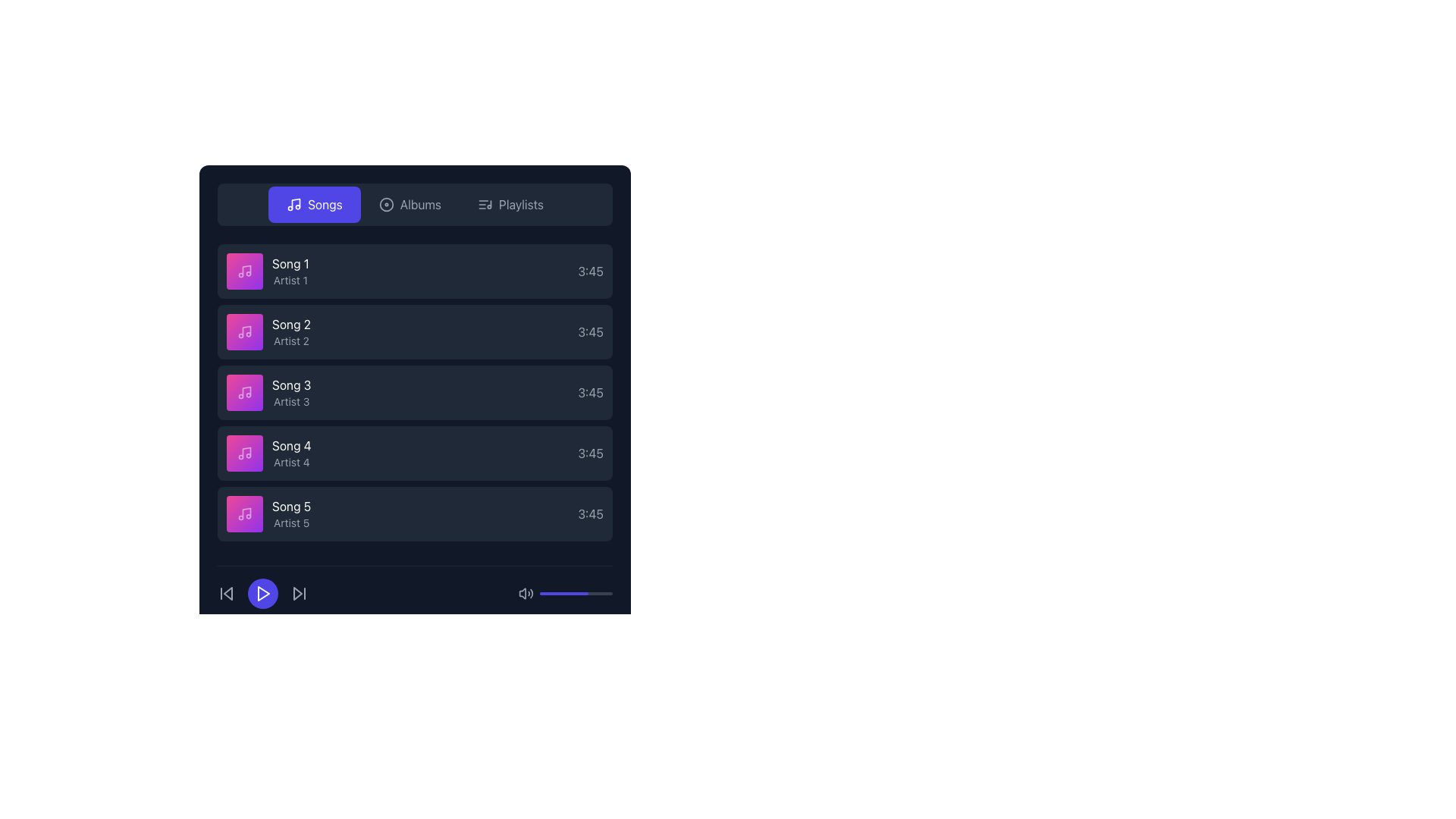  I want to click on the buttons within the Playback control bar located at the bottom of the interface, so click(415, 586).